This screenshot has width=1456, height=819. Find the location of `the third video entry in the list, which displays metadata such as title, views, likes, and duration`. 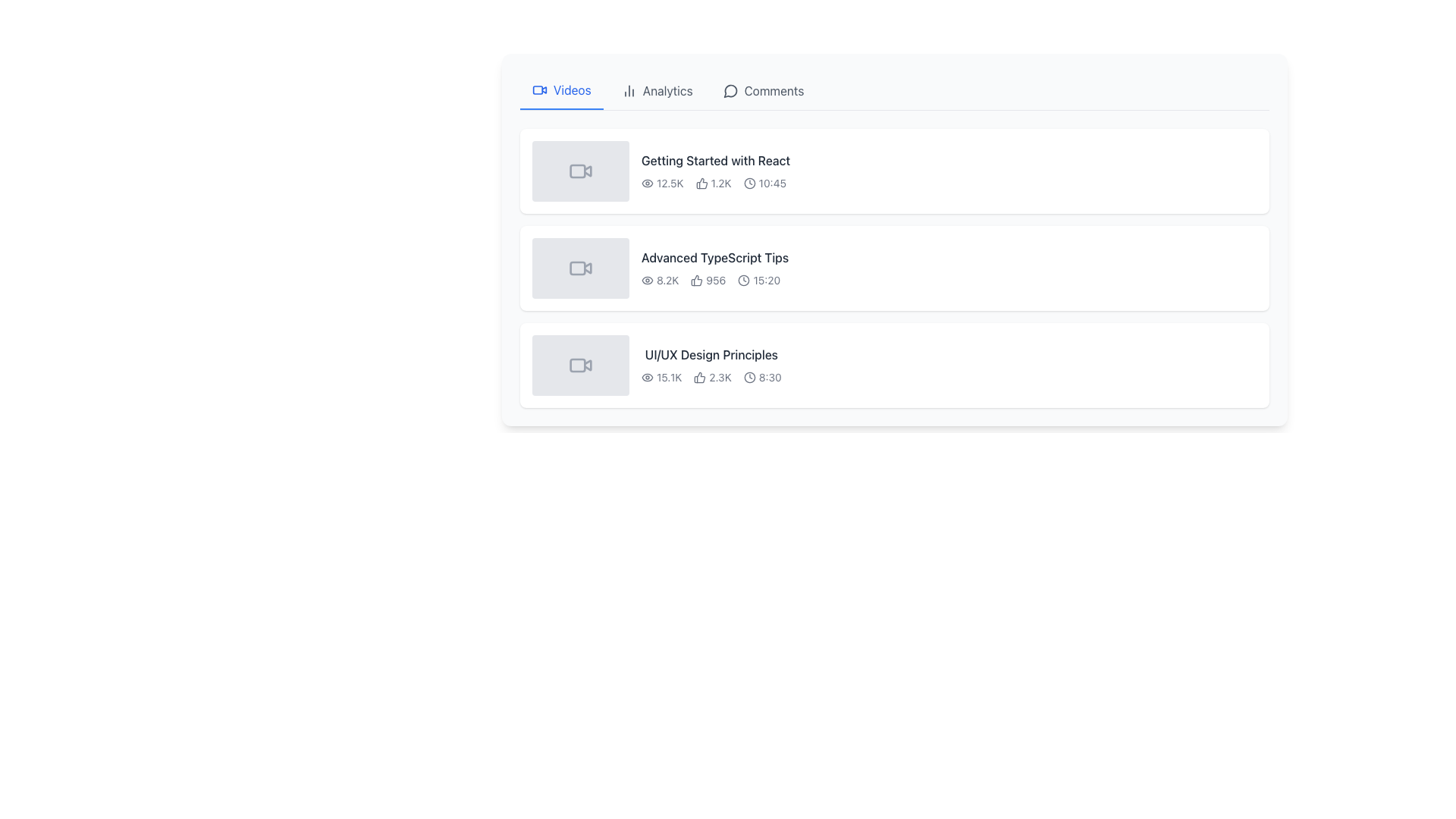

the third video entry in the list, which displays metadata such as title, views, likes, and duration is located at coordinates (895, 366).